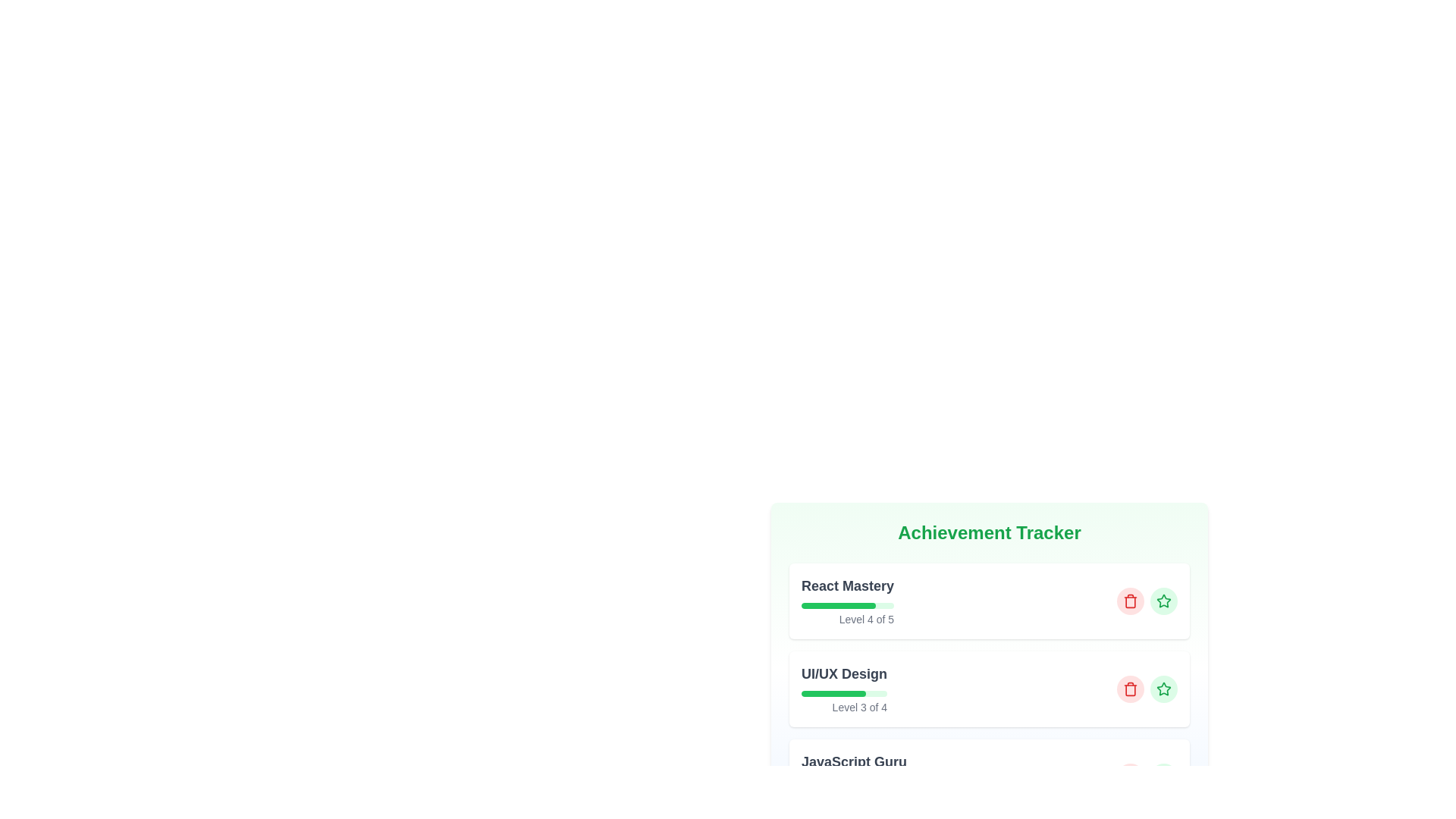 This screenshot has width=1456, height=819. I want to click on the text label displaying 'UI/UX Design', which is styled with a large dark gray font and positioned at the upper section of its card, above a progress bar, so click(843, 673).